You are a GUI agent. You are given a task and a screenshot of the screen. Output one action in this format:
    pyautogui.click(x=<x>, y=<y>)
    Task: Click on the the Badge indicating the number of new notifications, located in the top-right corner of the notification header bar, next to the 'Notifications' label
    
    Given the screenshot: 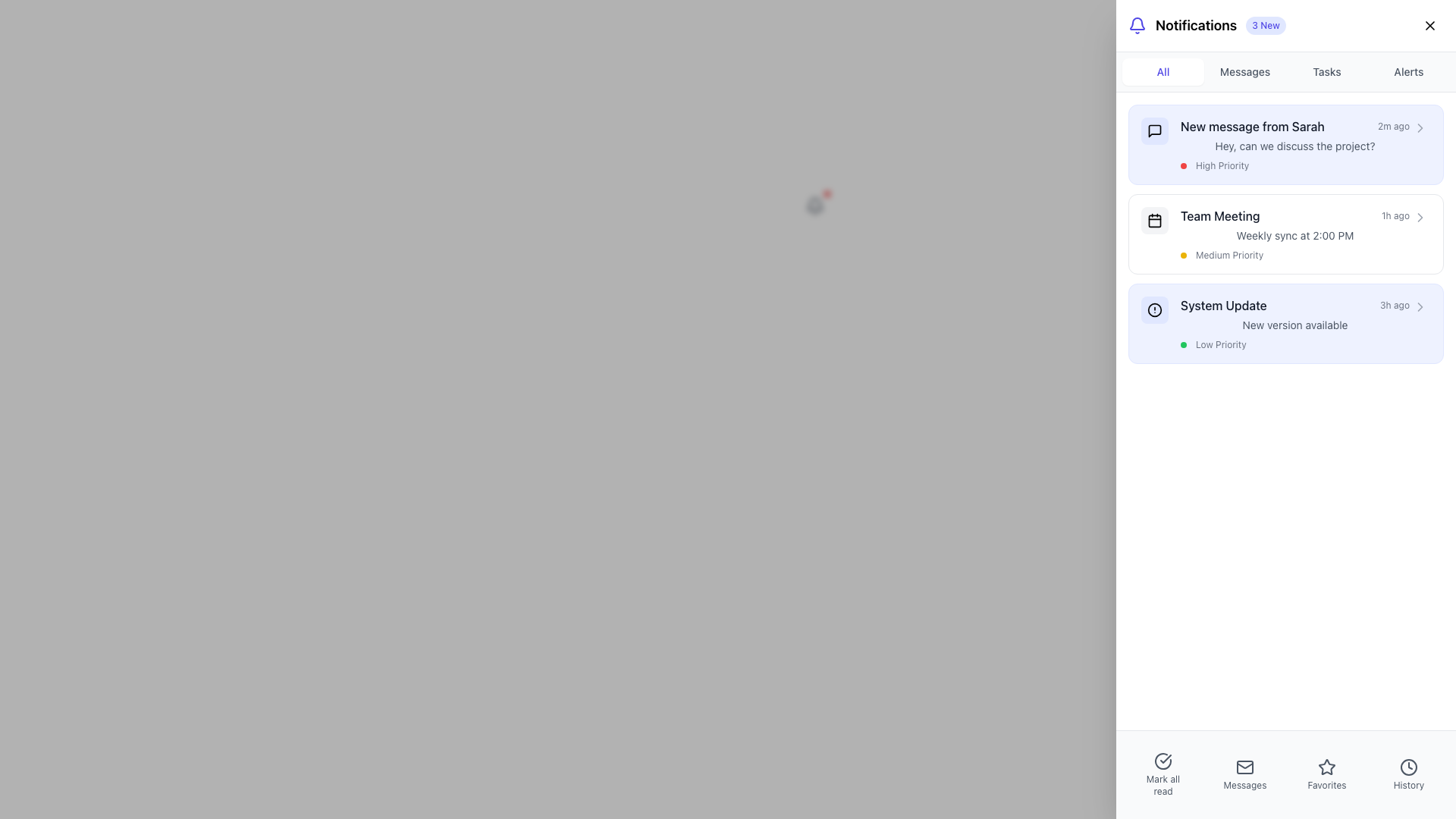 What is the action you would take?
    pyautogui.click(x=1266, y=26)
    